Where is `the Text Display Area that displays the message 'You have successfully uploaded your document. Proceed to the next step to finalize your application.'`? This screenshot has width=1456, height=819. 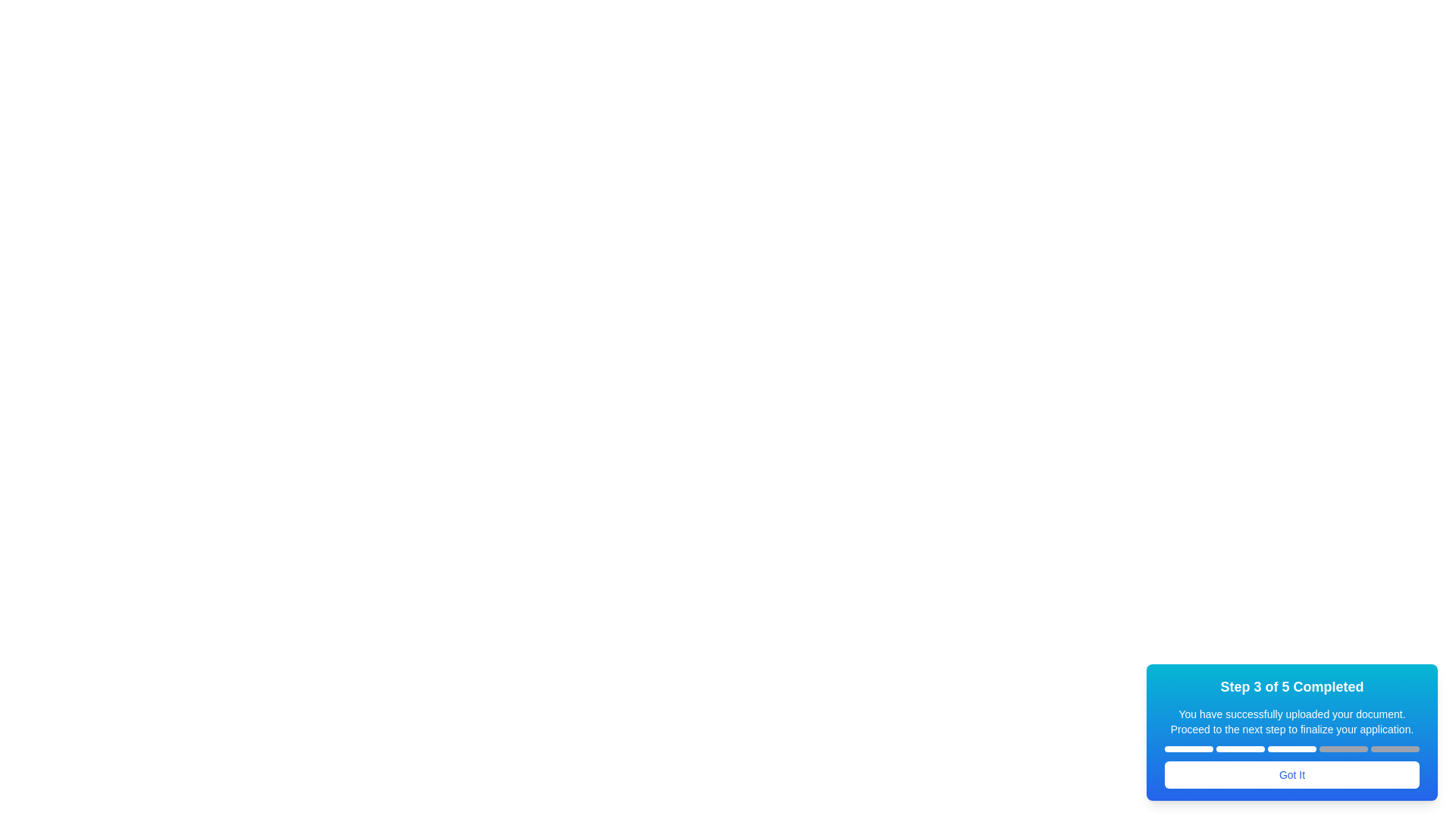
the Text Display Area that displays the message 'You have successfully uploaded your document. Proceed to the next step to finalize your application.' is located at coordinates (1291, 721).